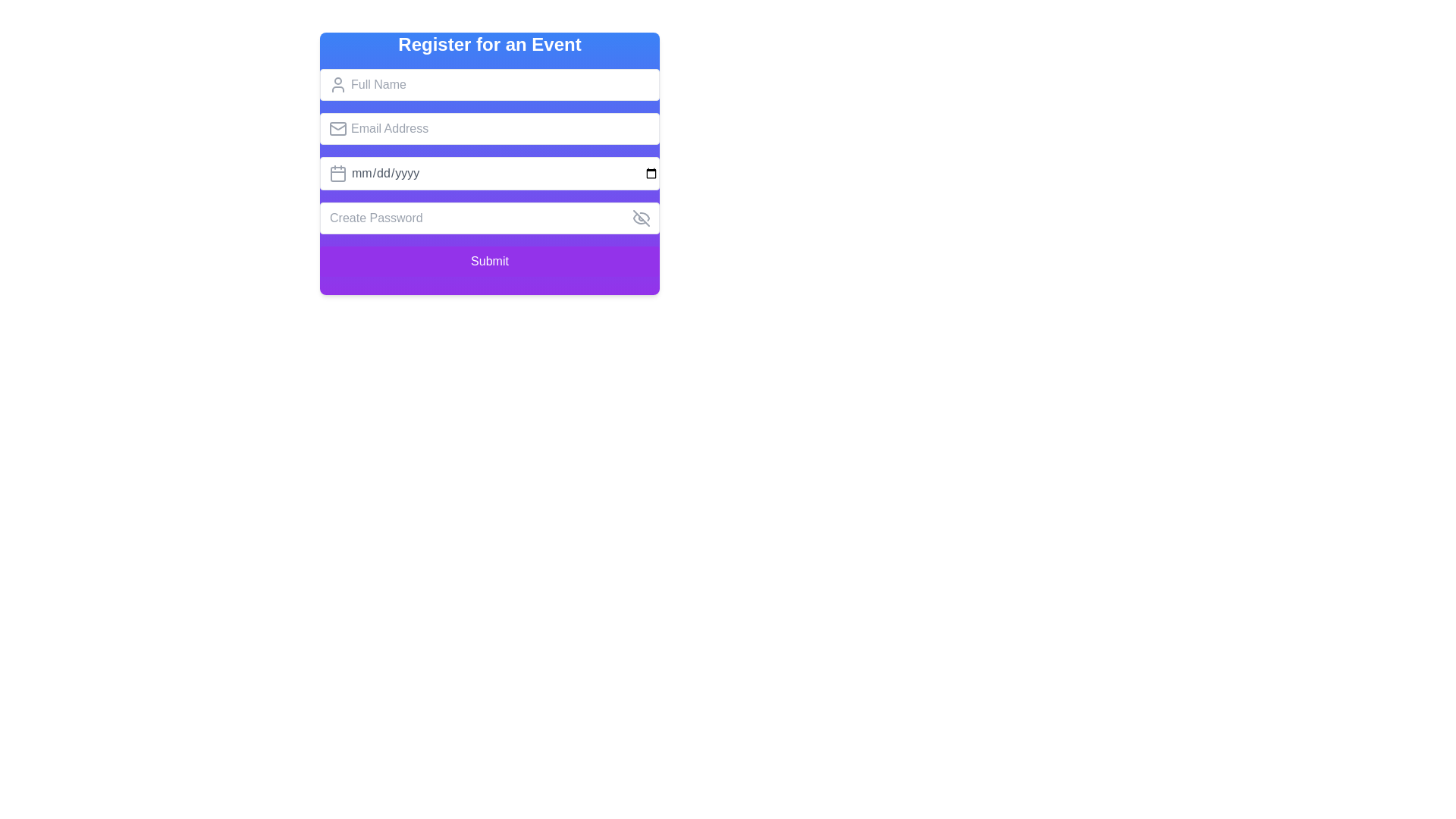 This screenshot has width=1456, height=819. Describe the element at coordinates (337, 125) in the screenshot. I see `the line graphic with a pointed arrow shape that represents an envelope fold, located within the mail icon to the left of the 'Email Address' text input` at that location.